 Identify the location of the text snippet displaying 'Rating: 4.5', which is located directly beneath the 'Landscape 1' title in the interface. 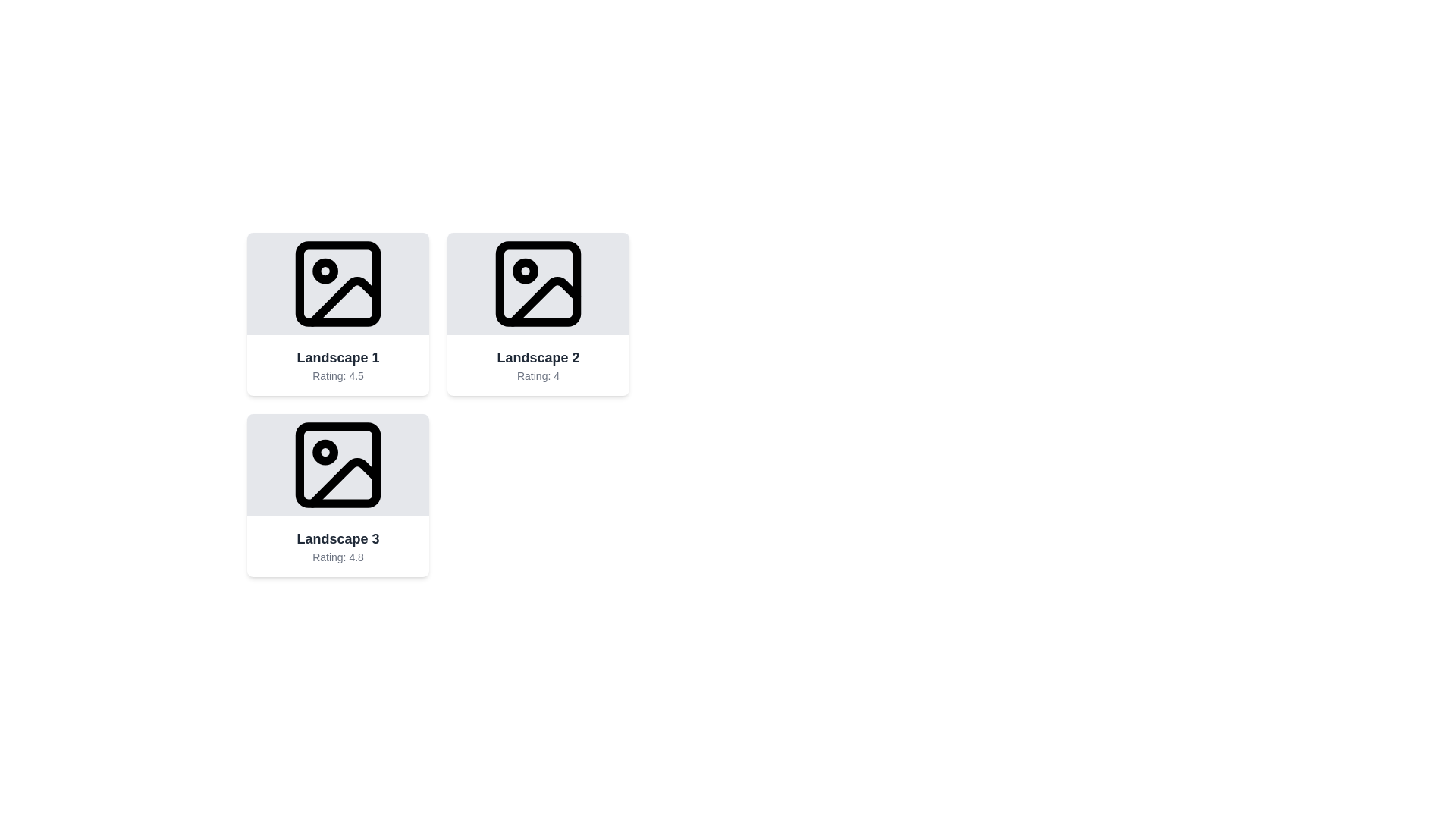
(337, 375).